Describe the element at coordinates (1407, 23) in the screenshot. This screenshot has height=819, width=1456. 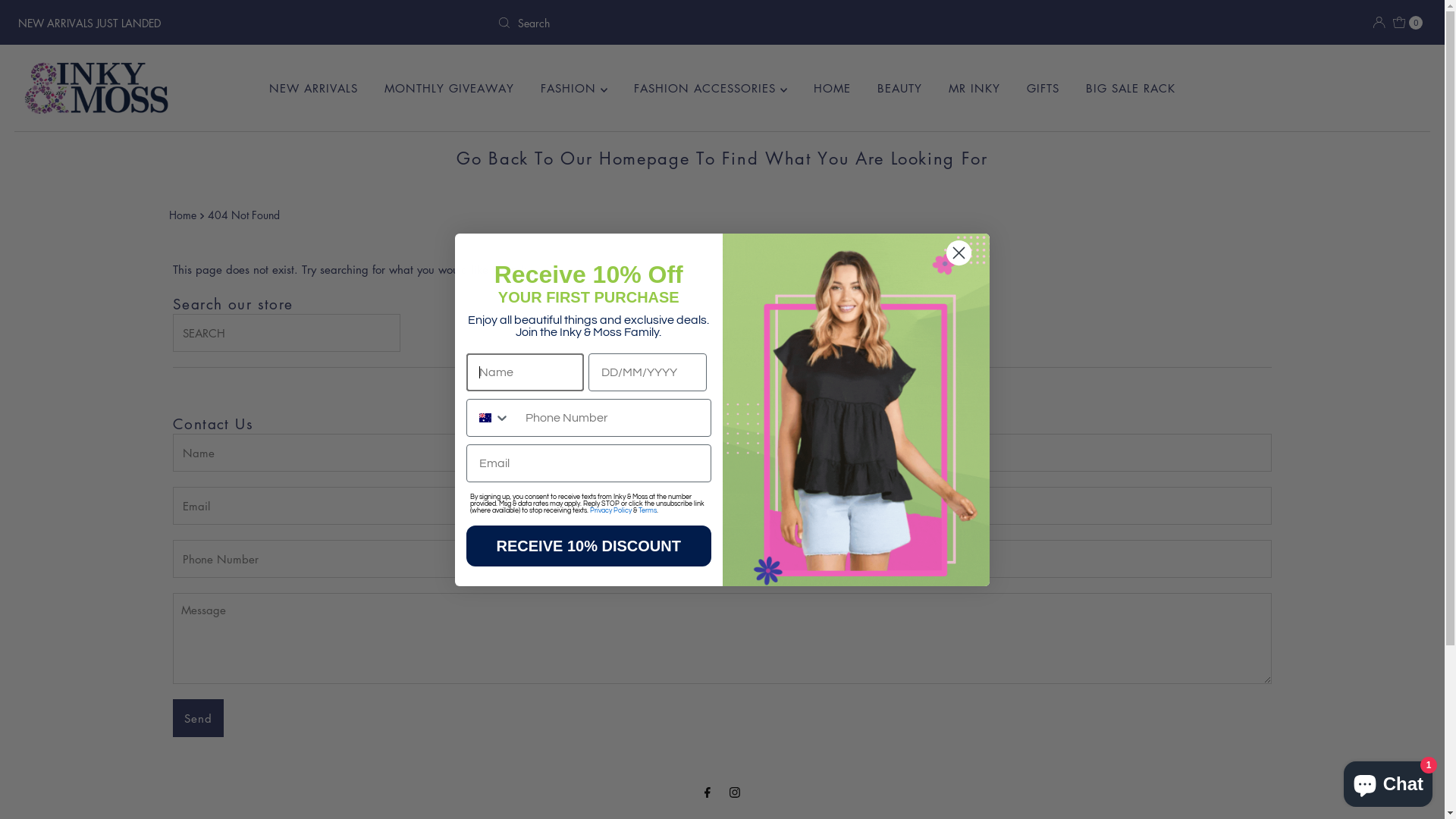
I see `'0'` at that location.